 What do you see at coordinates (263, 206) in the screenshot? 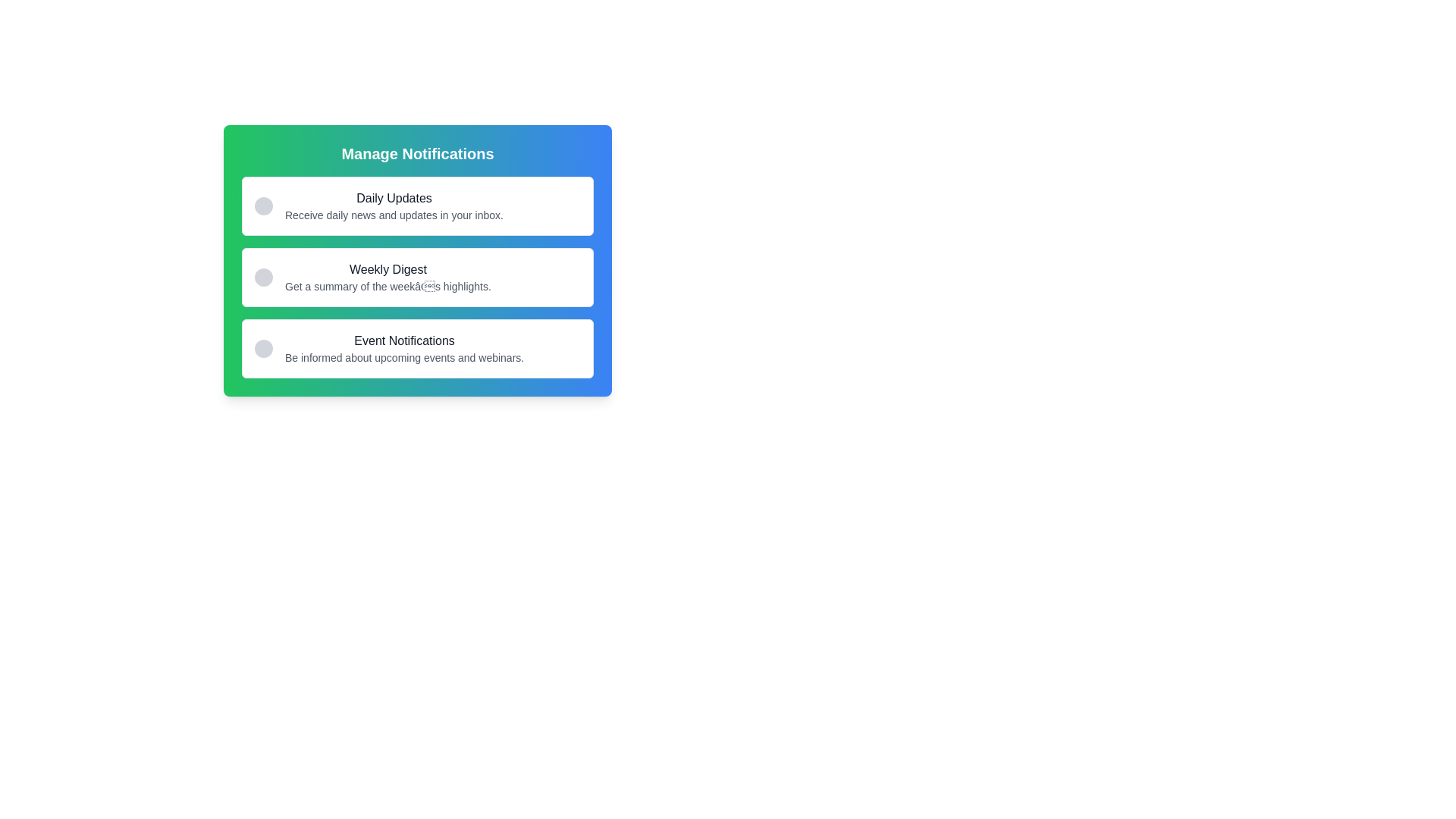
I see `the small circular UI component with a gray background that indicates the state, located to the left of the 'Daily Updates' text` at bounding box center [263, 206].